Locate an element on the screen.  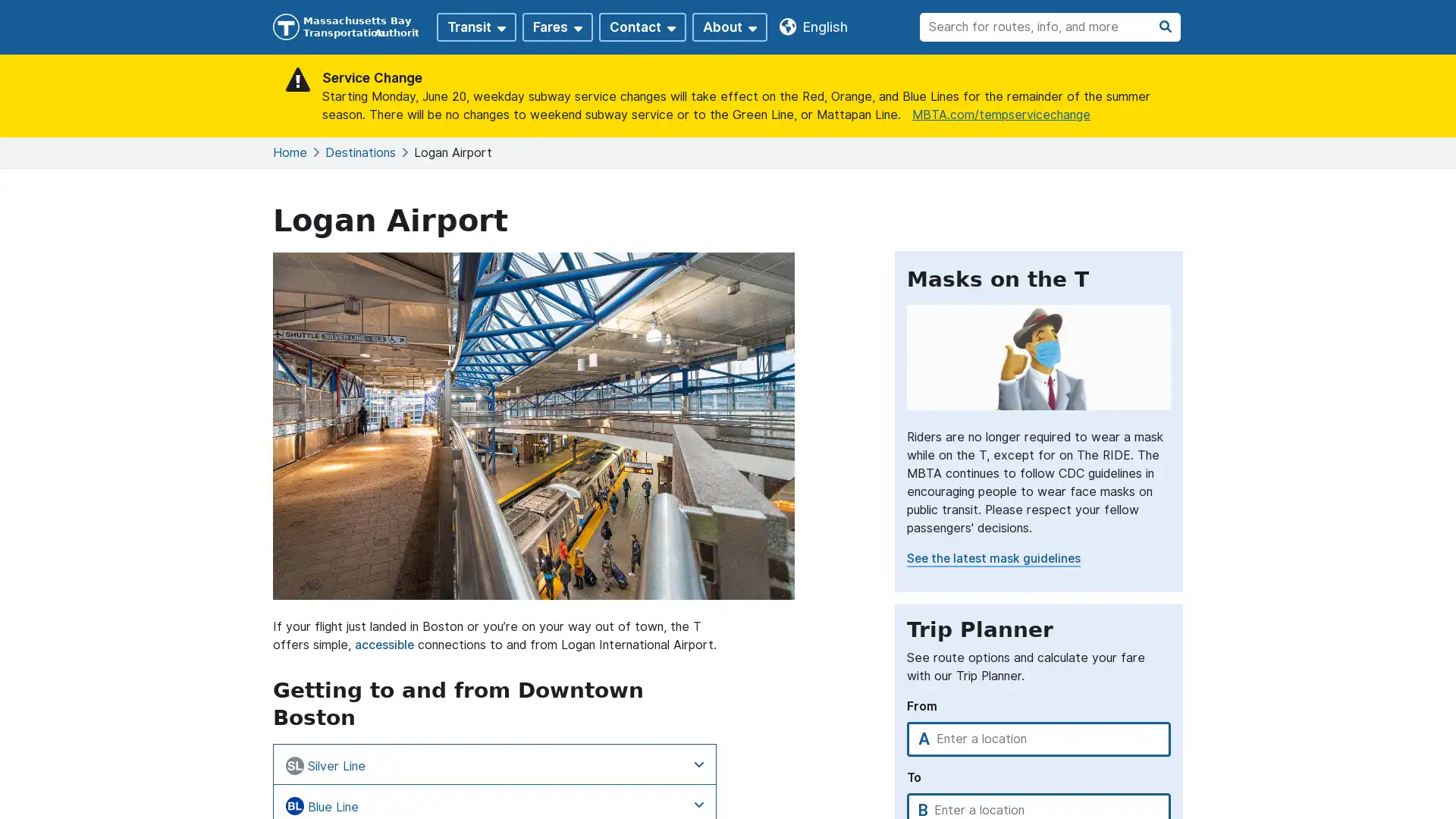
search is located at coordinates (1164, 27).